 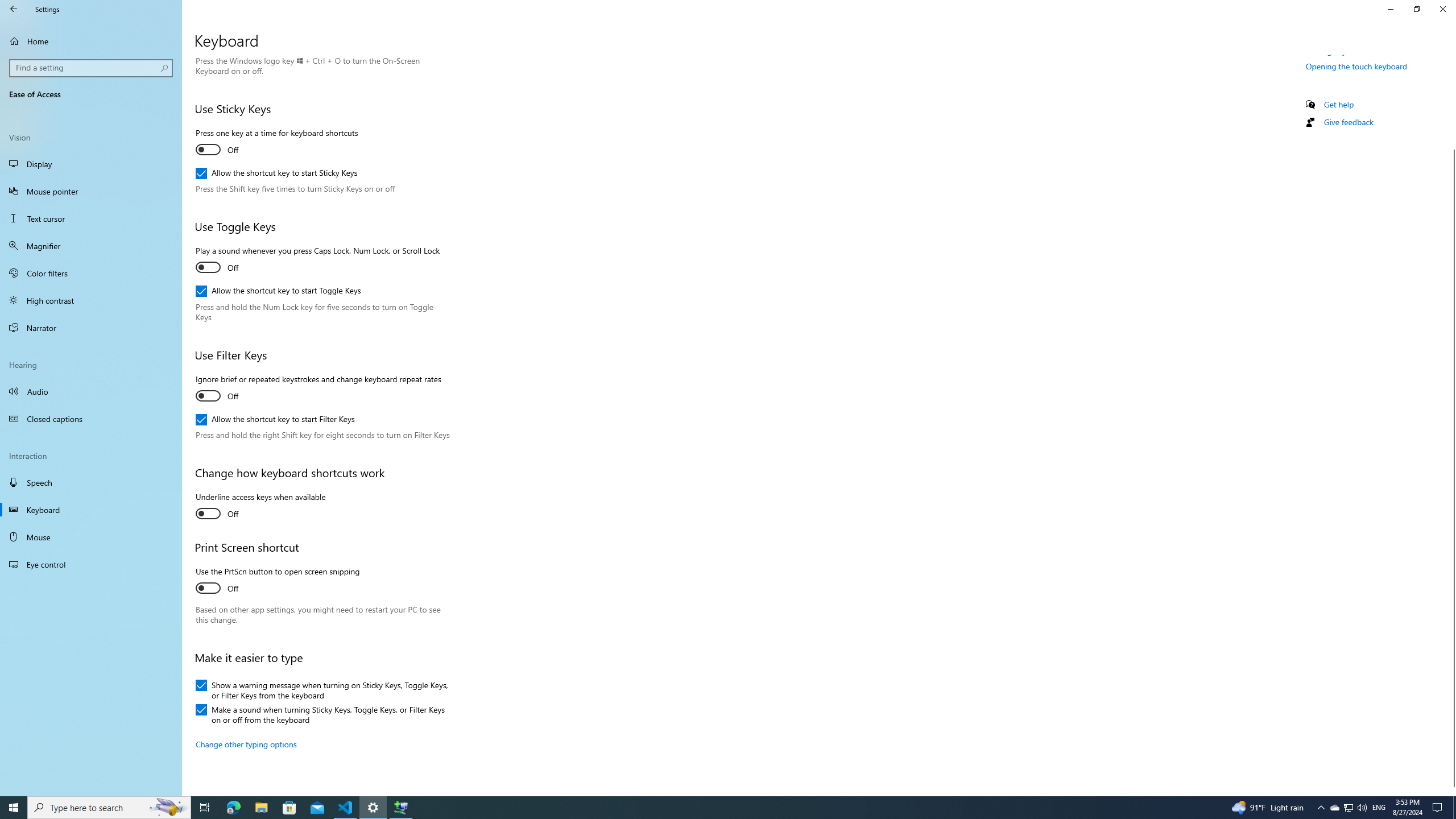 I want to click on 'Extensible Wizards Host Process - 1 running window', so click(x=401, y=806).